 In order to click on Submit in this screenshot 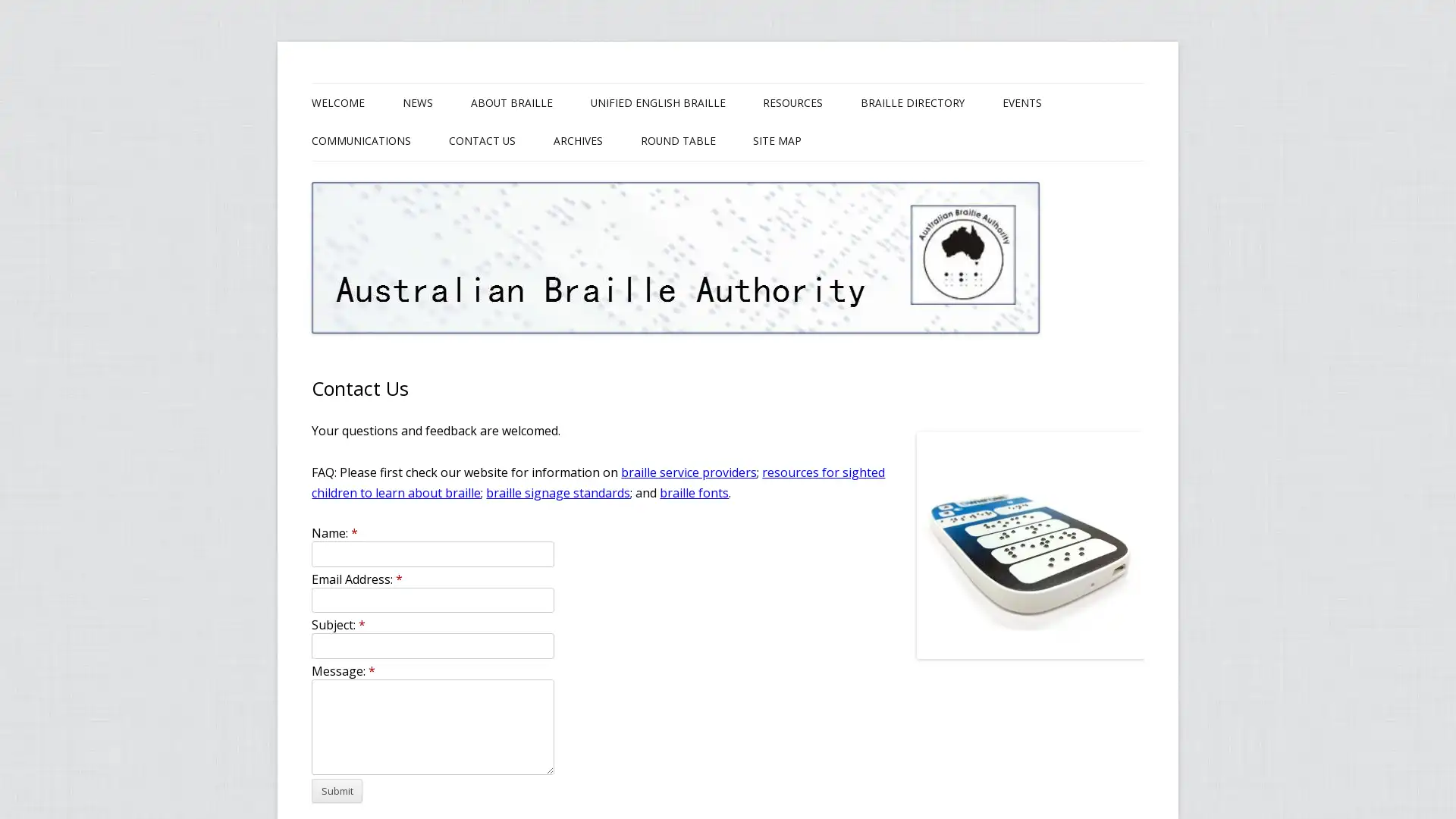, I will do `click(336, 789)`.